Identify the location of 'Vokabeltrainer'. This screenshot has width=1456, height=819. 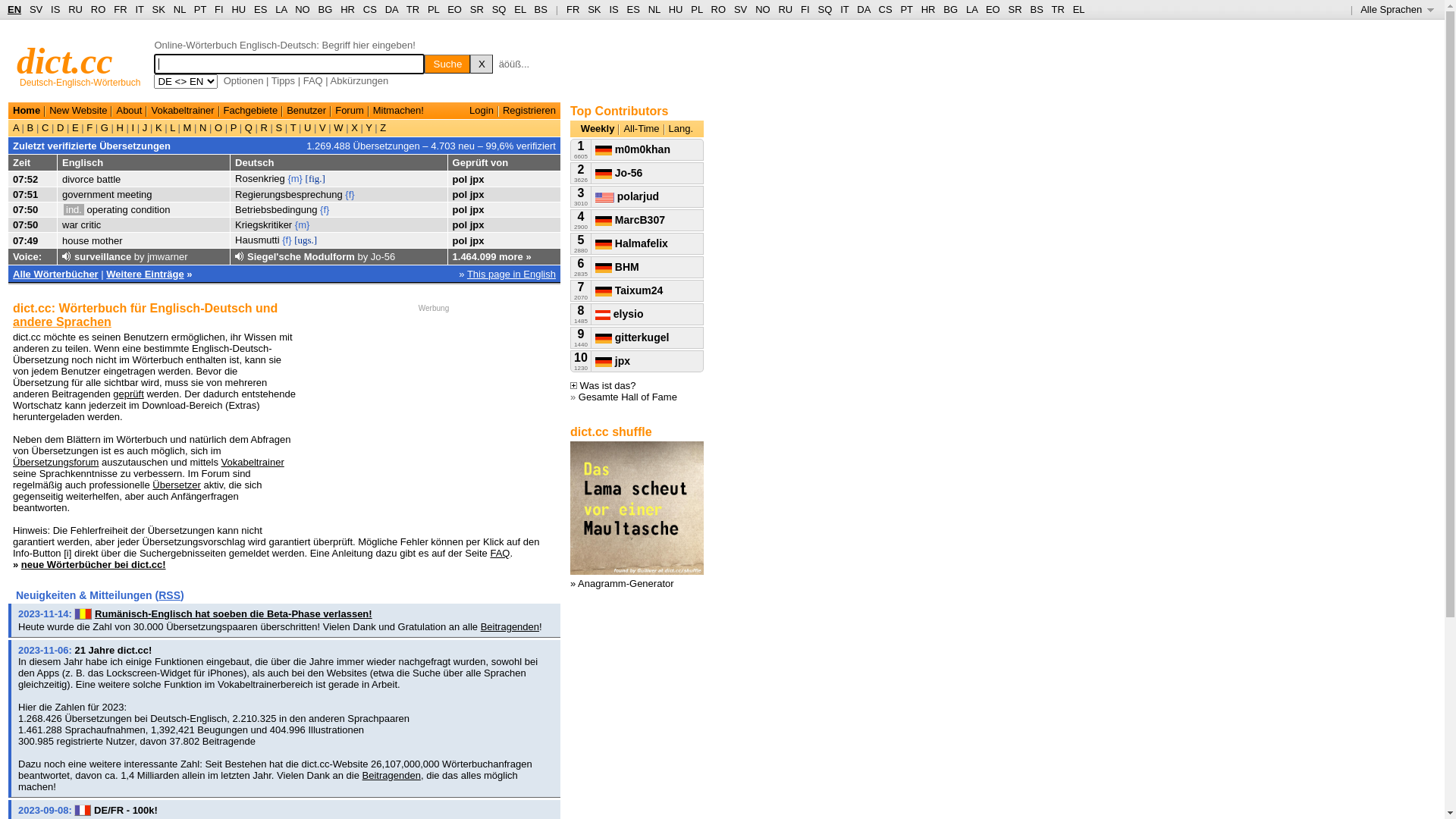
(253, 461).